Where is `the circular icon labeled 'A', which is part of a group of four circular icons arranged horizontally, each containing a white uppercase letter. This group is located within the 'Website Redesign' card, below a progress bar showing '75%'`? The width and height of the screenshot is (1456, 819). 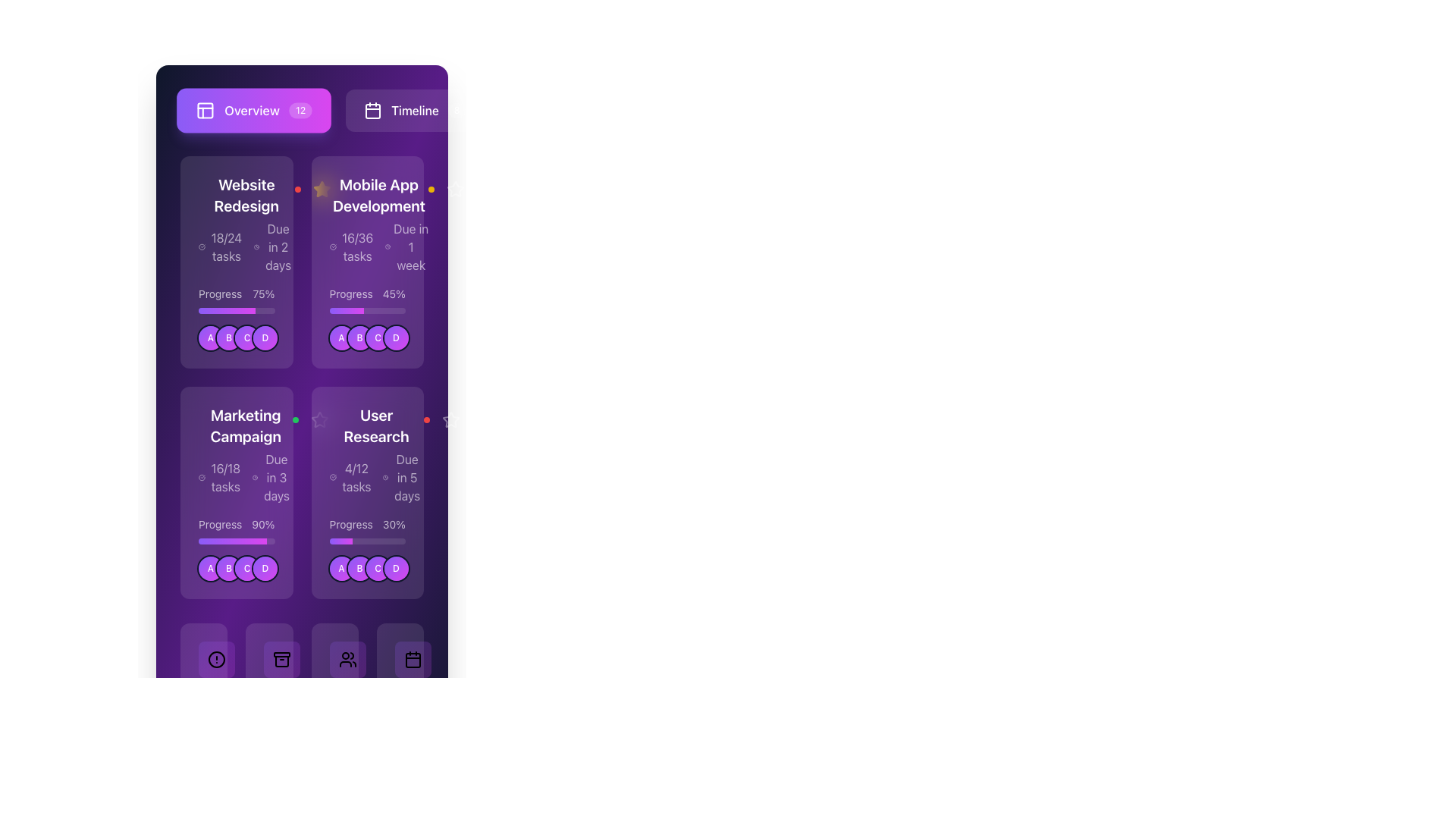 the circular icon labeled 'A', which is part of a group of four circular icons arranged horizontally, each containing a white uppercase letter. This group is located within the 'Website Redesign' card, below a progress bar showing '75%' is located at coordinates (236, 337).